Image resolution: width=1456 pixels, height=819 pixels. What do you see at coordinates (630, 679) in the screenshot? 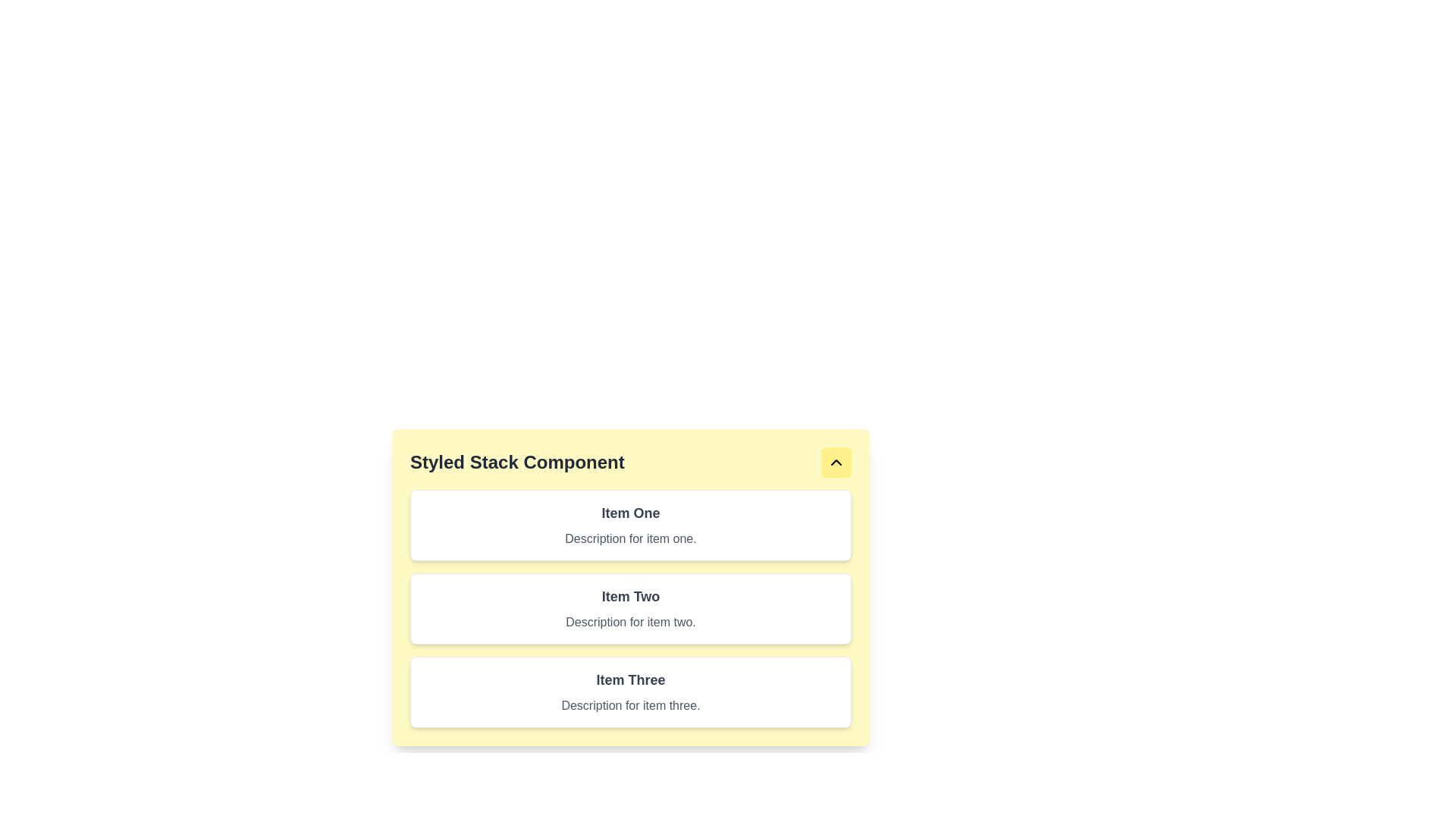
I see `title text of the third card in the 'Styled Stack Component', which serves as a heading identifying the content of the card` at bounding box center [630, 679].